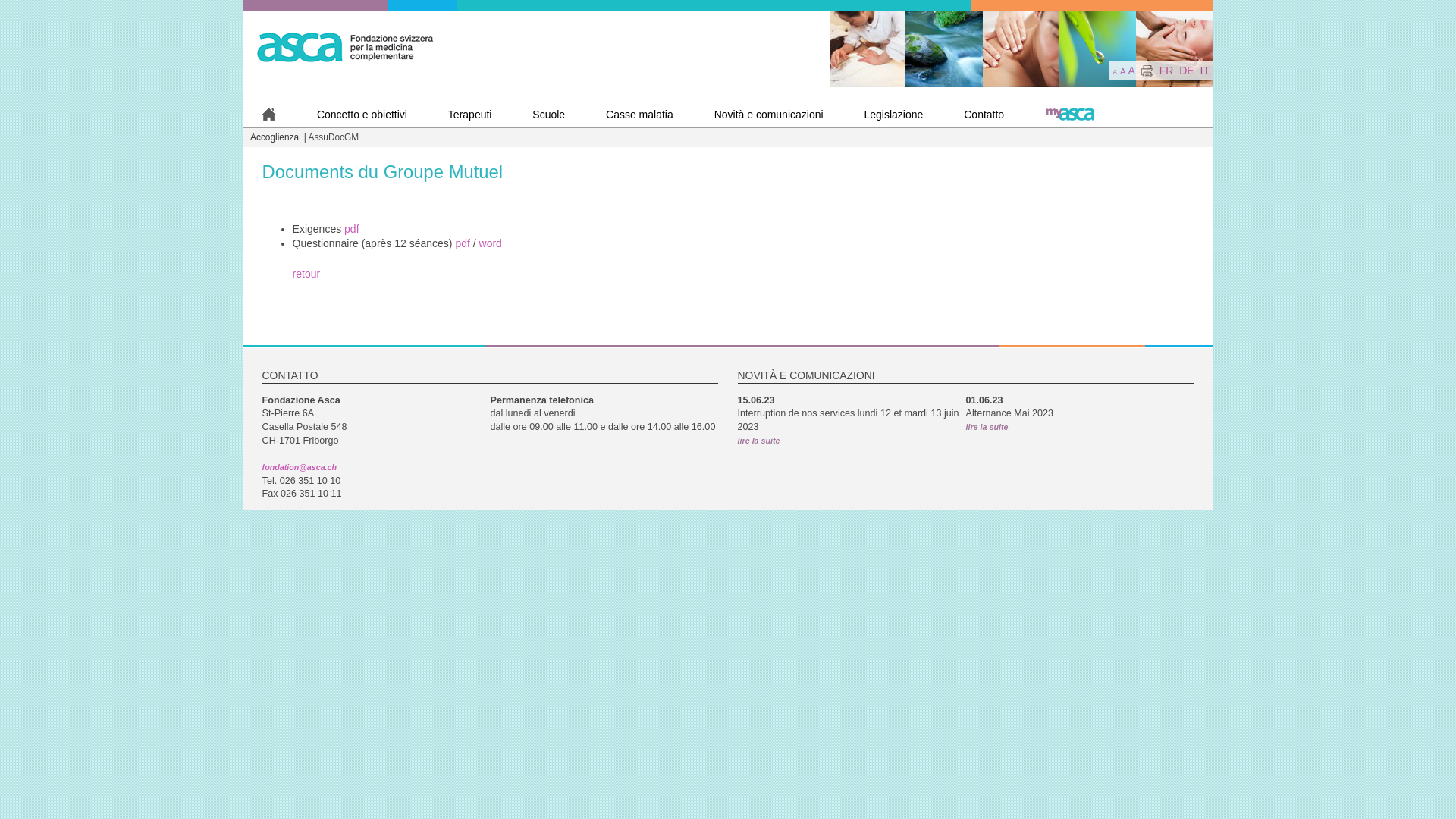 The width and height of the screenshot is (1456, 819). What do you see at coordinates (984, 114) in the screenshot?
I see `'Contatto'` at bounding box center [984, 114].